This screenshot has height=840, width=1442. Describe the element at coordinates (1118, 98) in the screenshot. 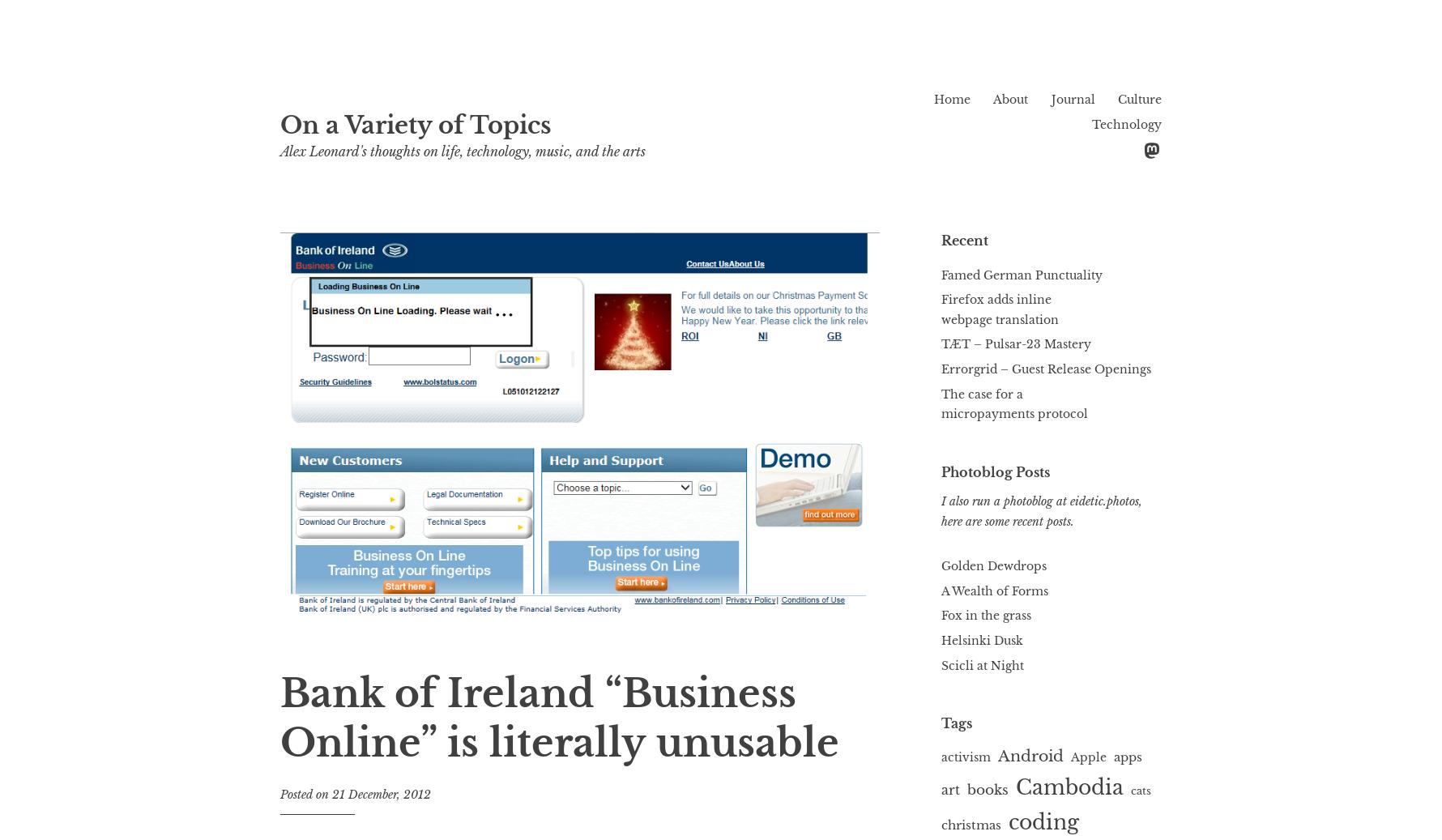

I see `'Culture'` at that location.